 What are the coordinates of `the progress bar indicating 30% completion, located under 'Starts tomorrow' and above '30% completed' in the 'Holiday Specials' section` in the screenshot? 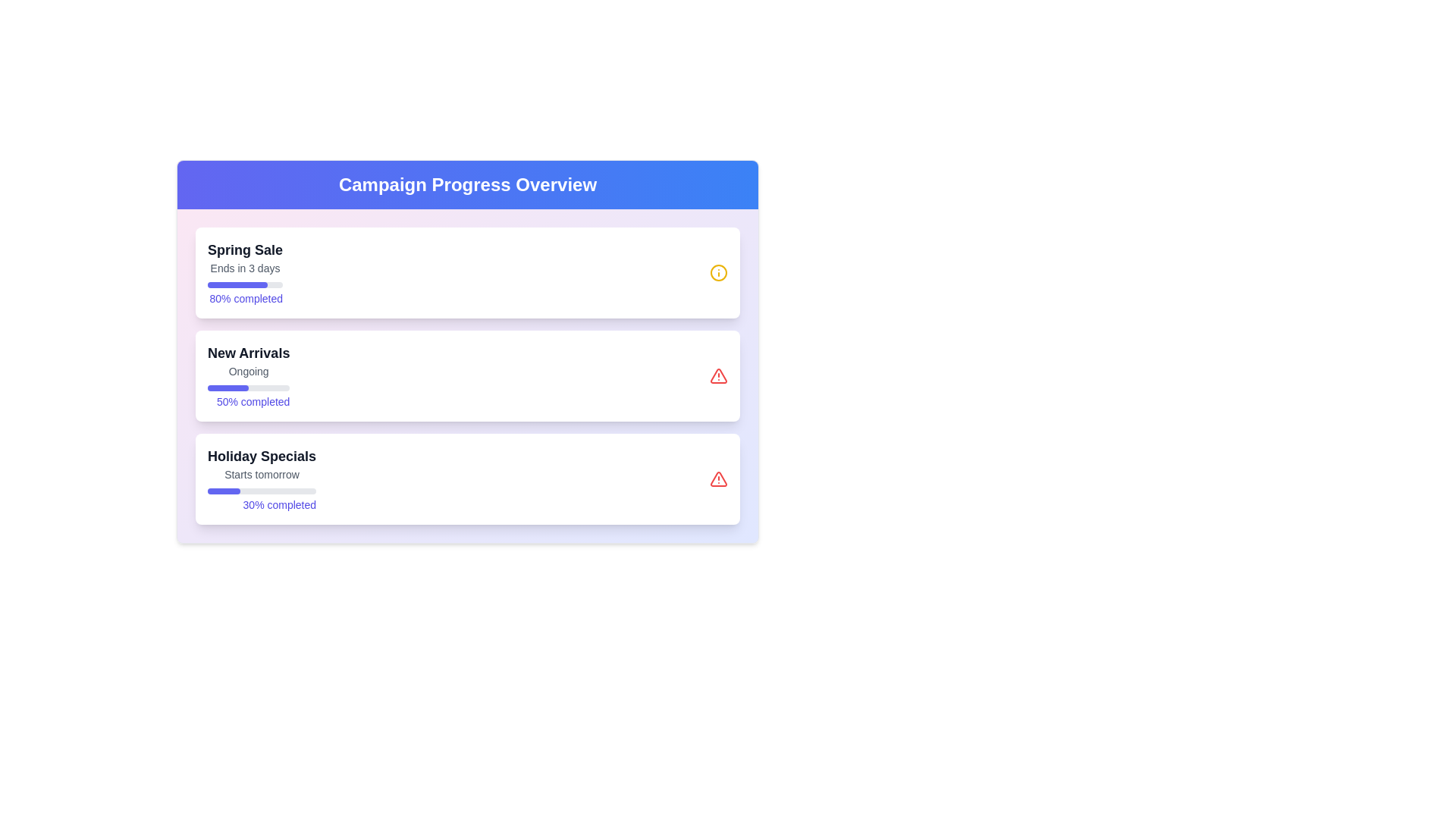 It's located at (262, 491).